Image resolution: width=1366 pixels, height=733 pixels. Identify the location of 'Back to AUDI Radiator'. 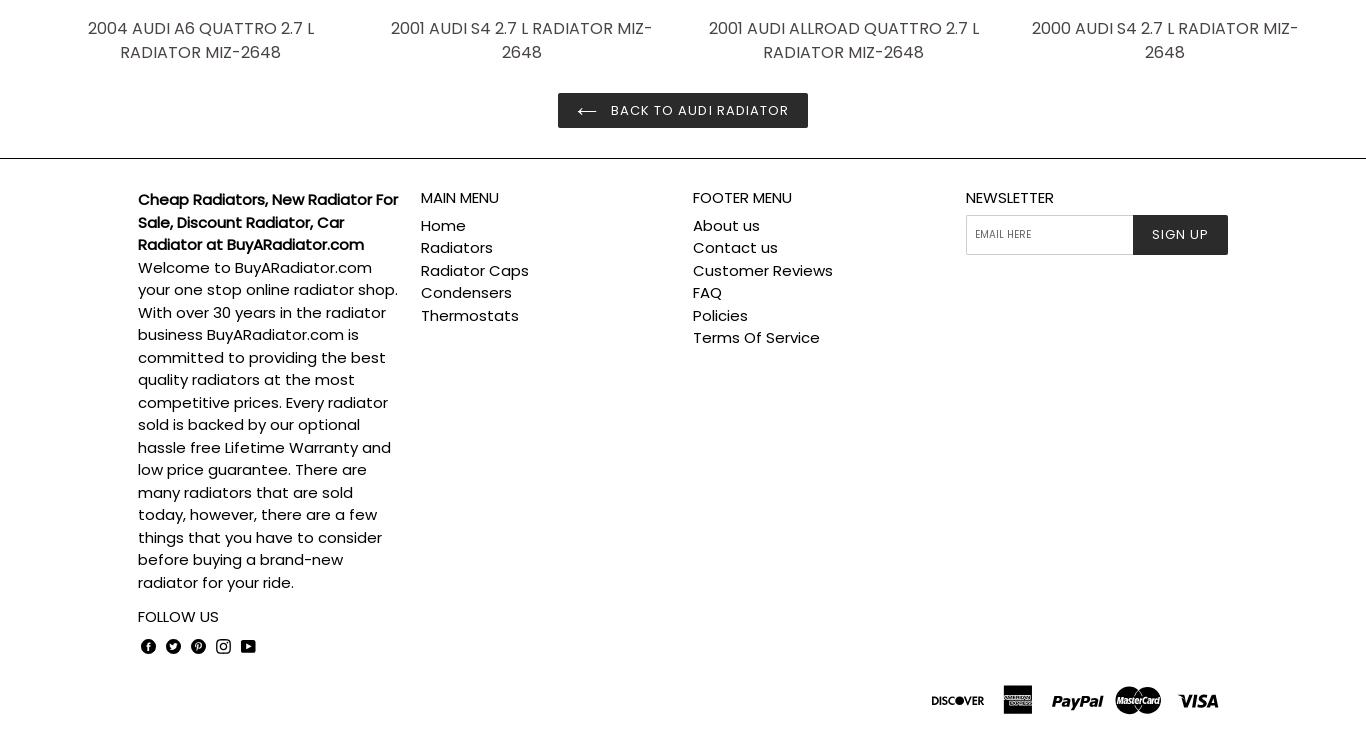
(697, 109).